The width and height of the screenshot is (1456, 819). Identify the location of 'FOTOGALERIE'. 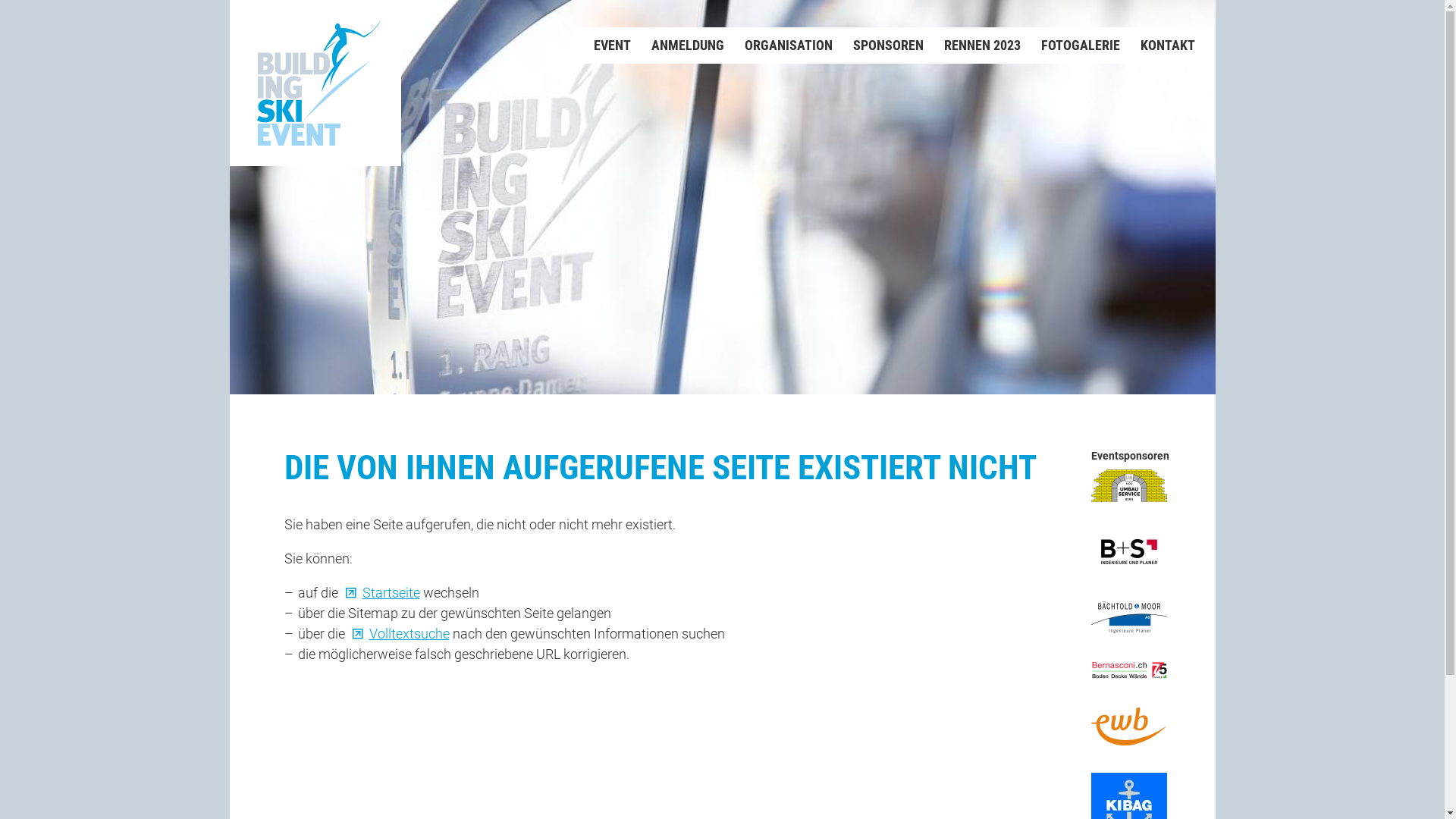
(1069, 45).